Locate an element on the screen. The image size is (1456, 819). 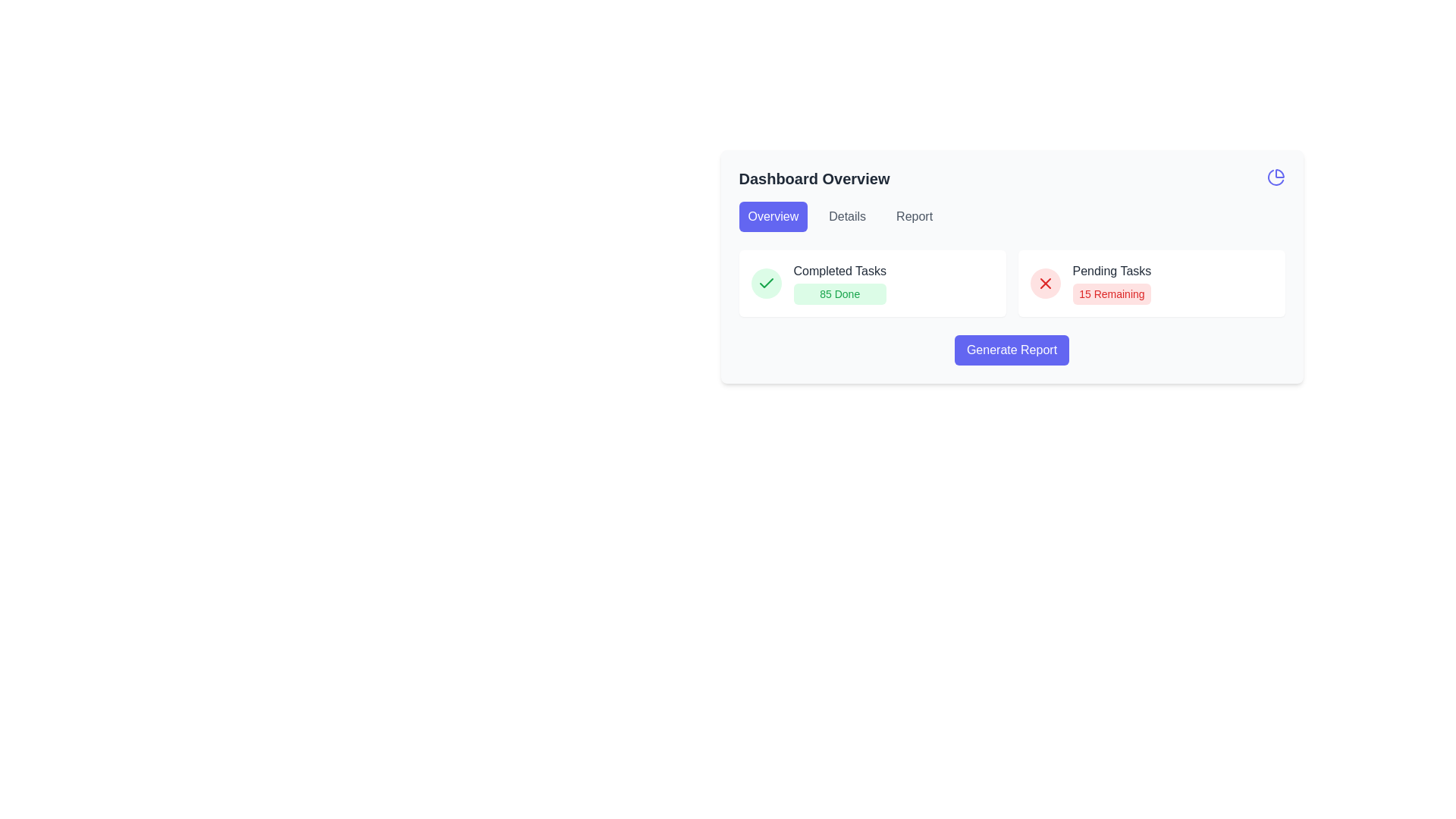
the first button on the left that navigates to the 'Overview' section of the interface is located at coordinates (773, 216).